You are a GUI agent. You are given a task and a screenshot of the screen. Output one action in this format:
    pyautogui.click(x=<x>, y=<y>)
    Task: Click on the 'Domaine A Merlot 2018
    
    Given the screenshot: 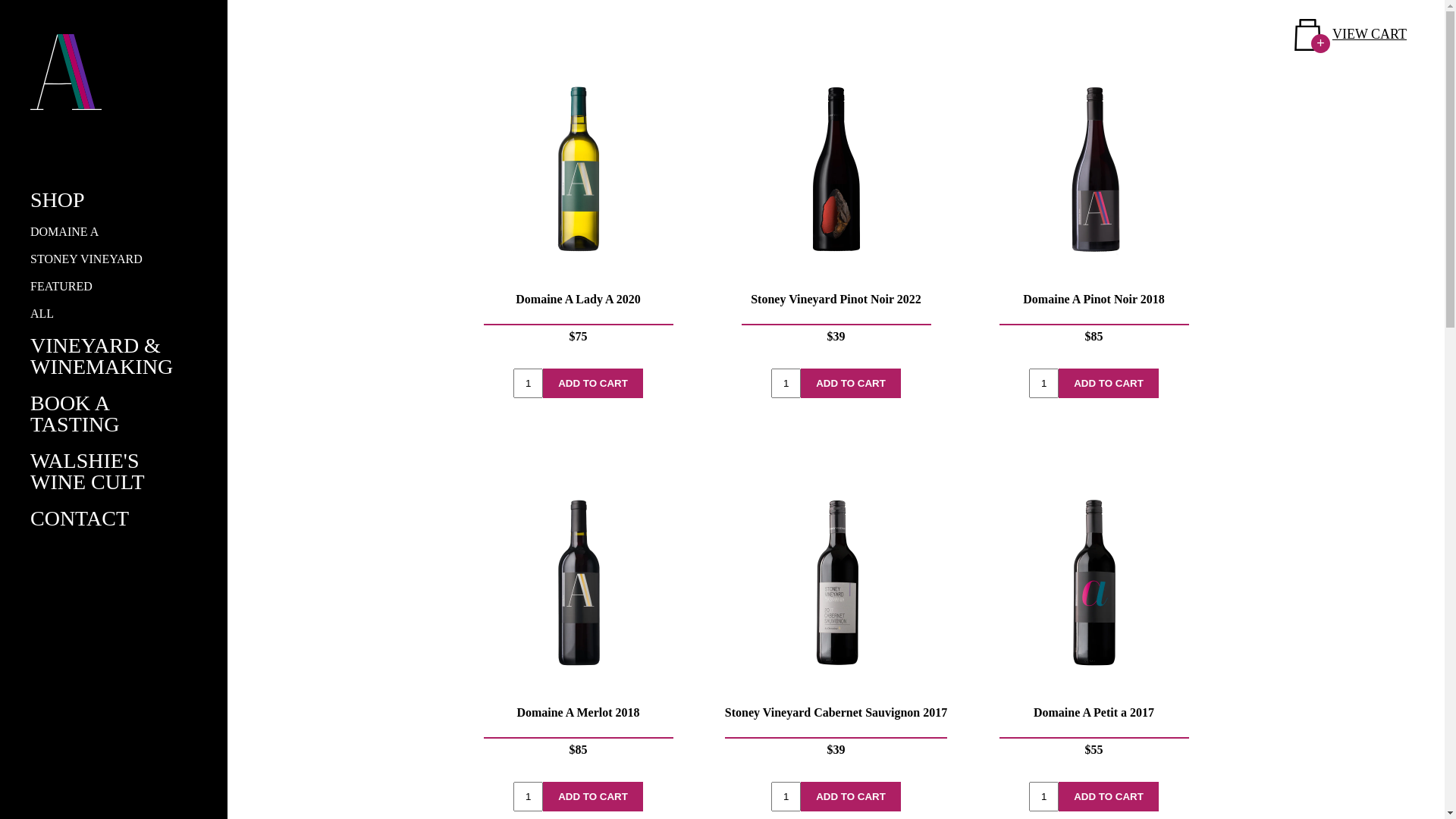 What is the action you would take?
    pyautogui.click(x=463, y=623)
    